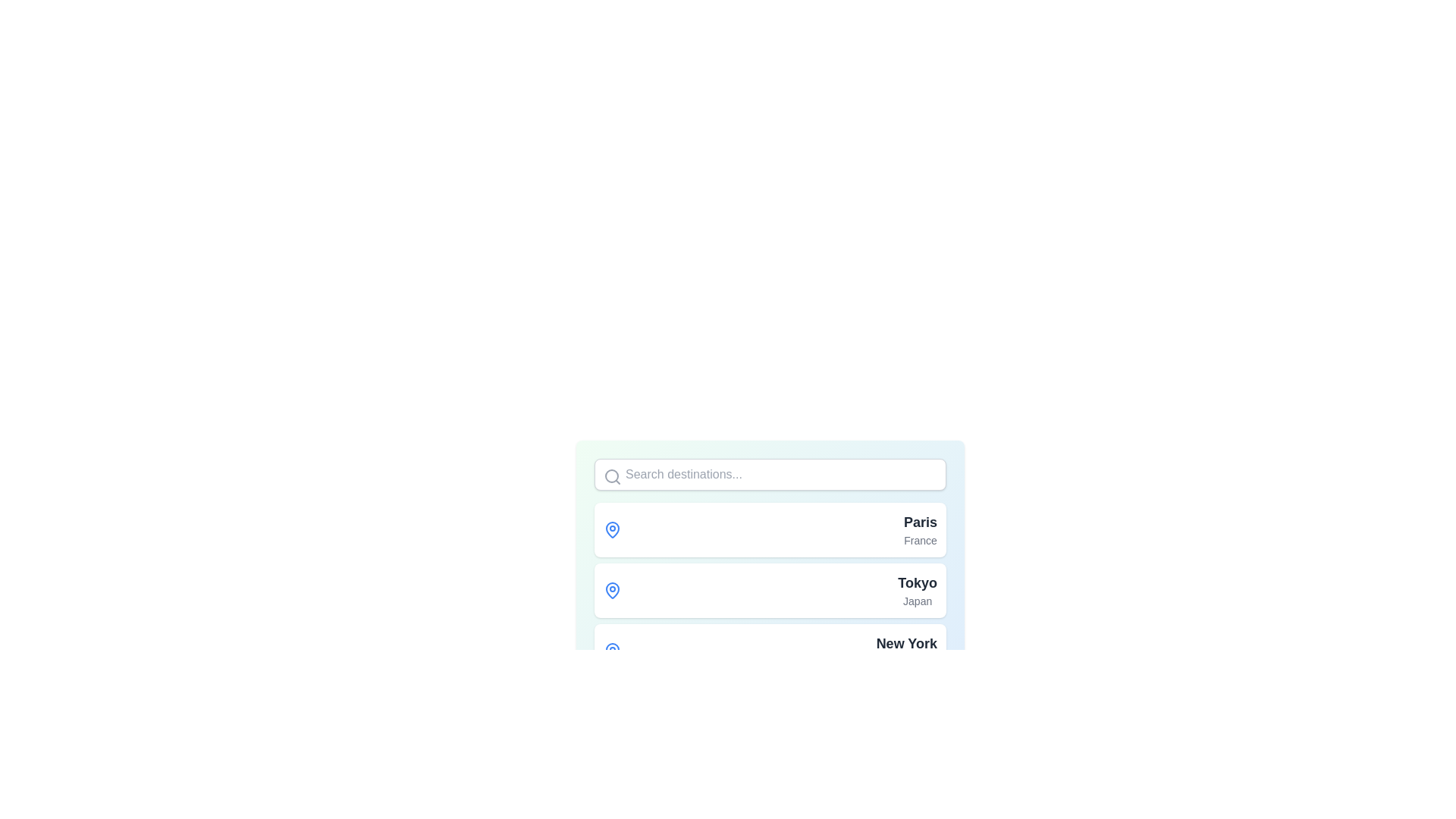 This screenshot has height=819, width=1456. I want to click on the map pin marker icon located at the top left corner of the first line of the list of destinations, next to the label 'Paris, France', so click(612, 529).